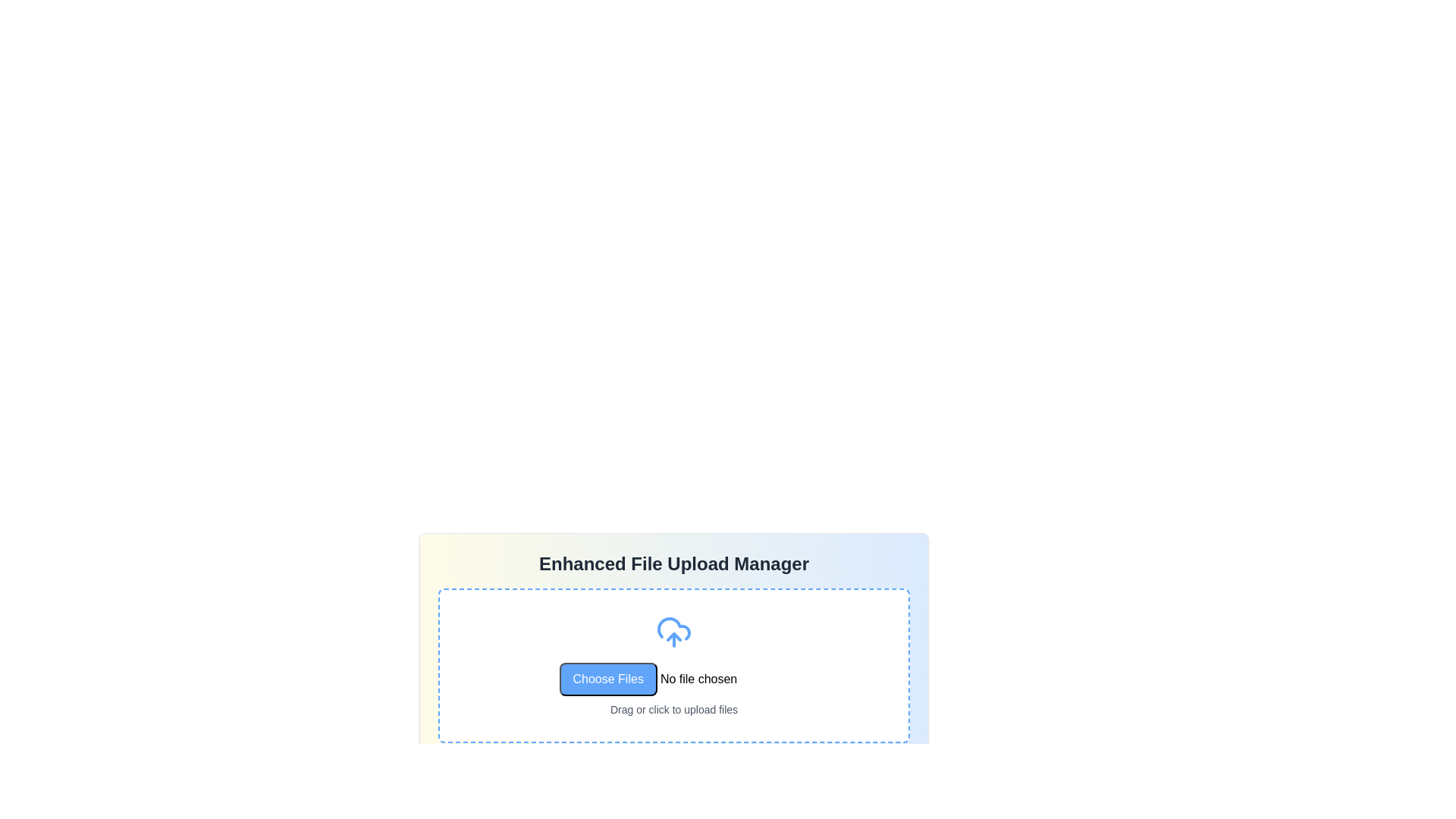 The width and height of the screenshot is (1456, 819). I want to click on the static text label that reads 'Drag or click to upload files.' located at the bottom center of the file upload interface, so click(673, 710).